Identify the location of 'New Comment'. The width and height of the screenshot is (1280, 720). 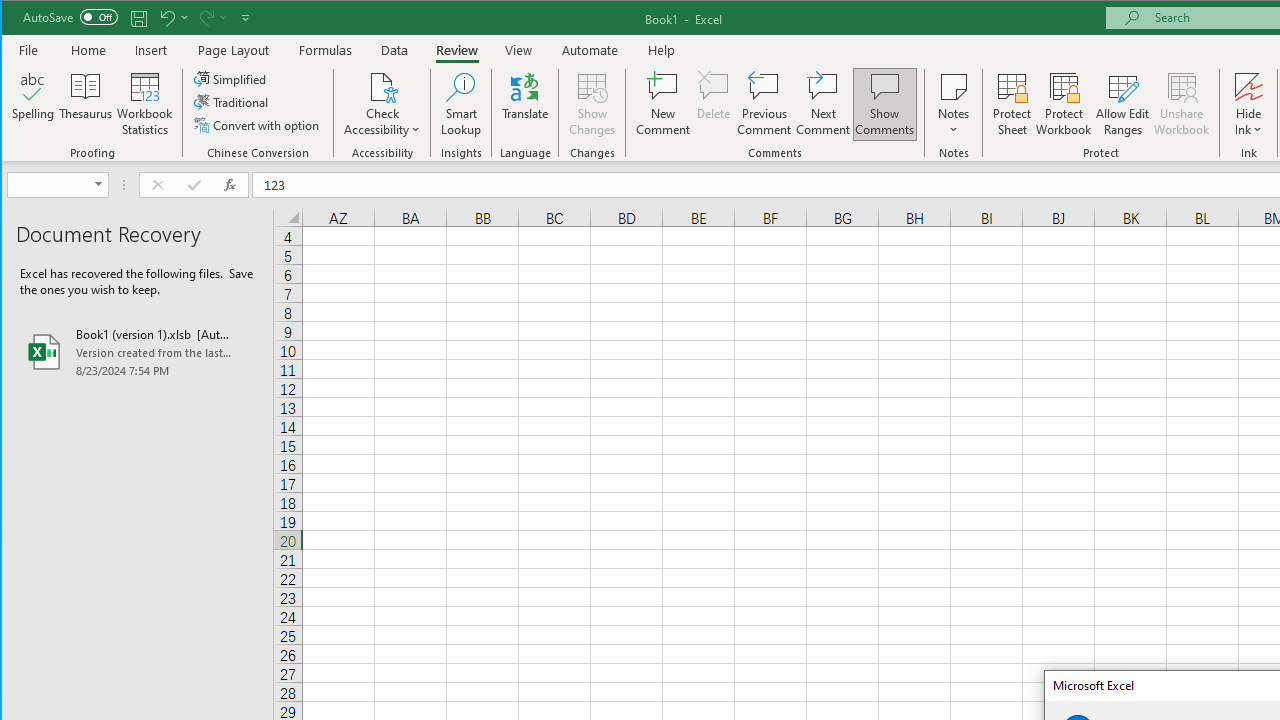
(663, 104).